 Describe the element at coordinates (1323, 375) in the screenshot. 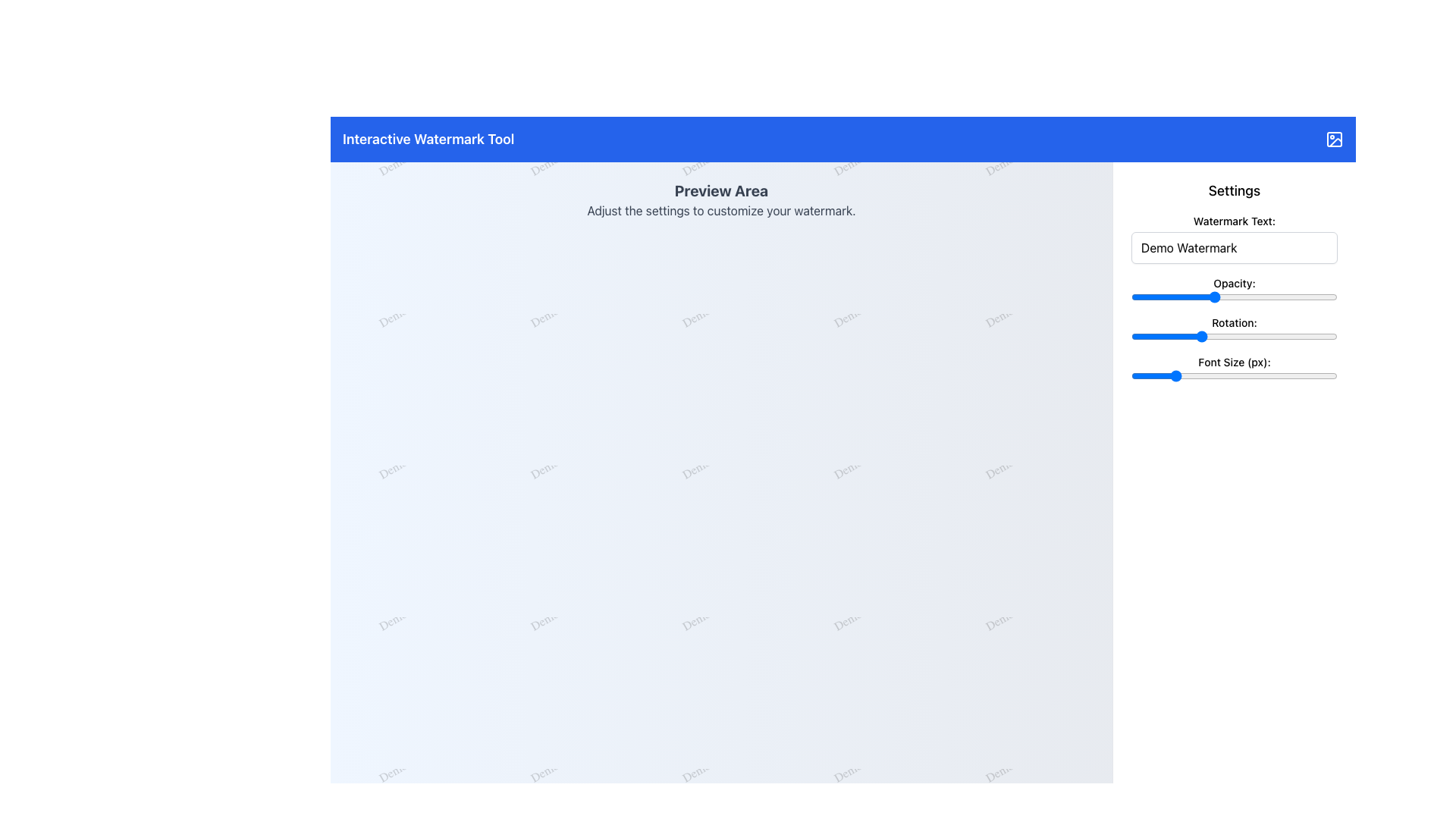

I see `font size` at that location.